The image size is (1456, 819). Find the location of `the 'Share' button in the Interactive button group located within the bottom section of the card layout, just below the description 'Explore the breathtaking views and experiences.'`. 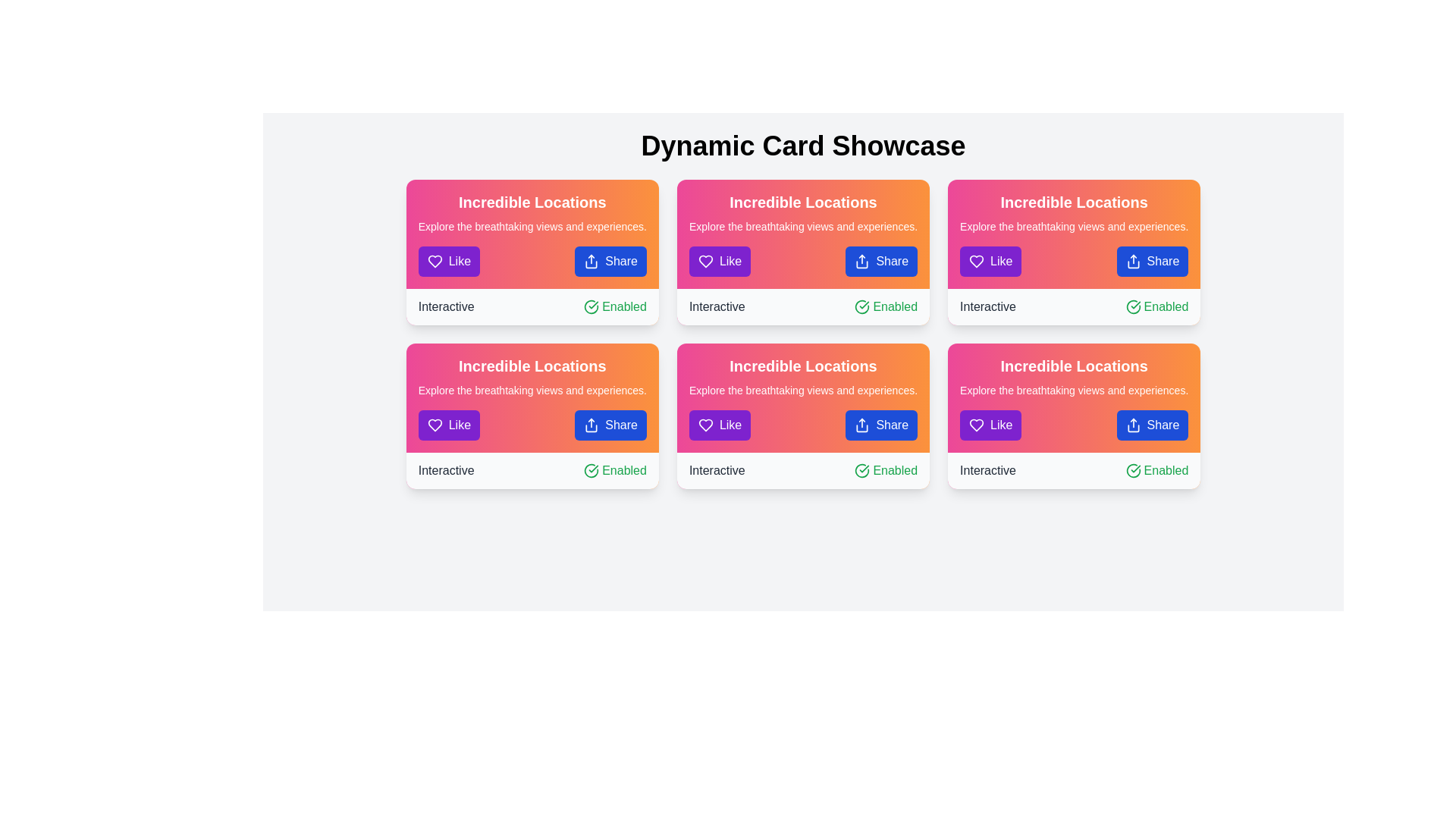

the 'Share' button in the Interactive button group located within the bottom section of the card layout, just below the description 'Explore the breathtaking views and experiences.' is located at coordinates (1073, 260).